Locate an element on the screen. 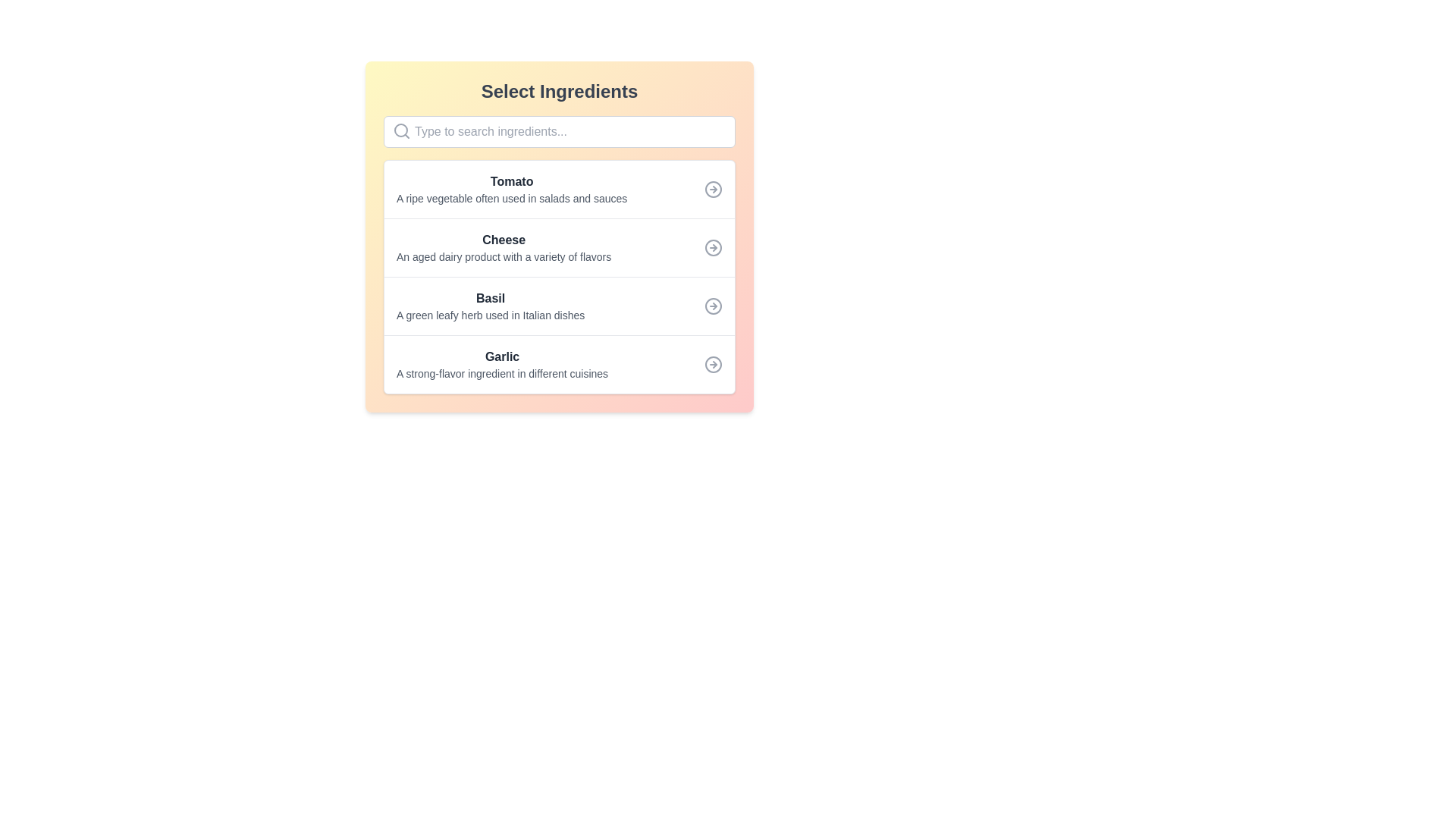  to select the ingredient 'Tomato' from the text block, which consists of a bold title and a smaller description, positioned as the first item in a vertical list below the search bar labeled 'Select Ingredients' is located at coordinates (512, 189).